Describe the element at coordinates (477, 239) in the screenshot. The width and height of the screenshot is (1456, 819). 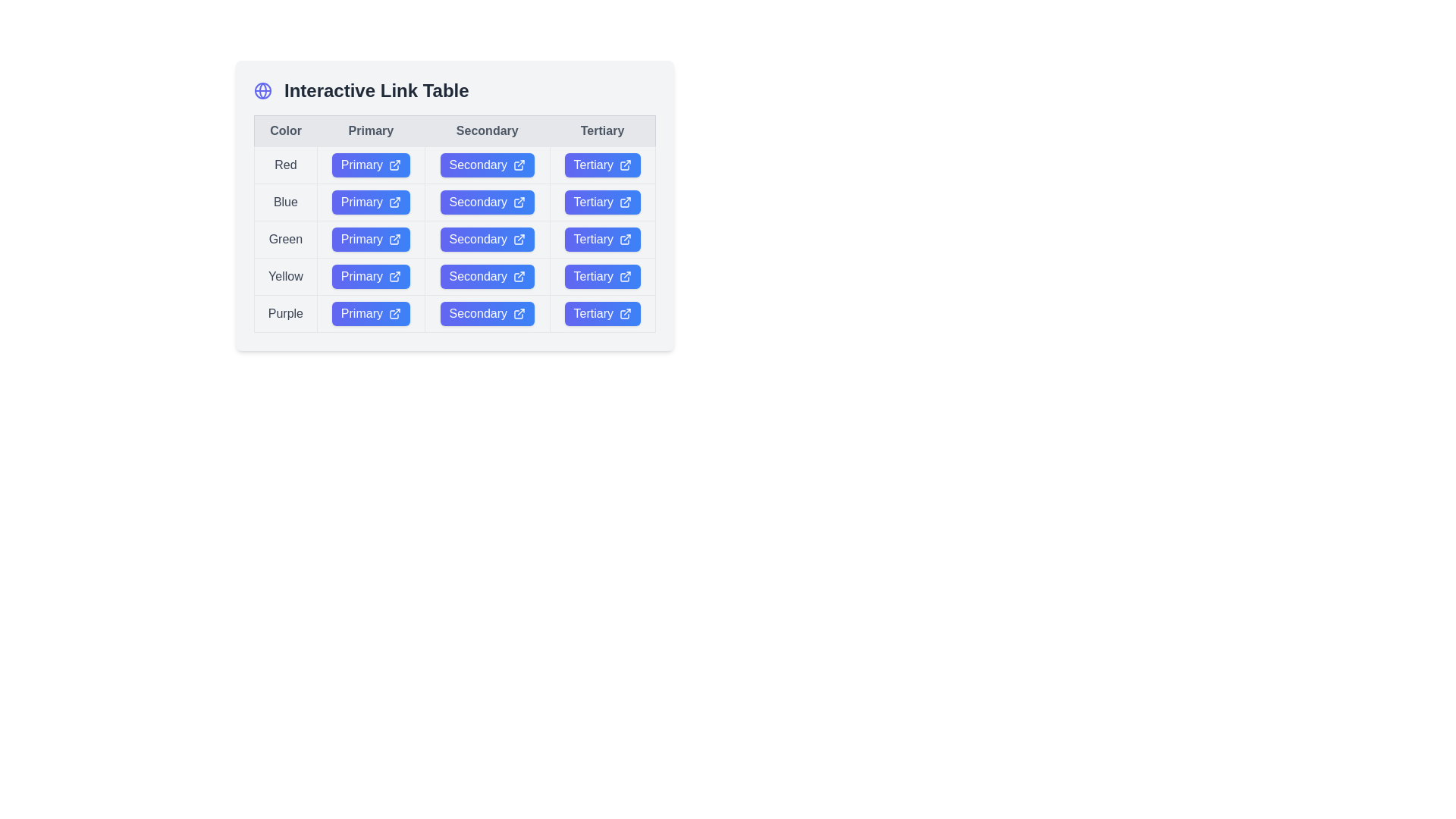
I see `the text label inside the button located in the second column of the third row (Green color) in the table, which indicates a secondary action` at that location.